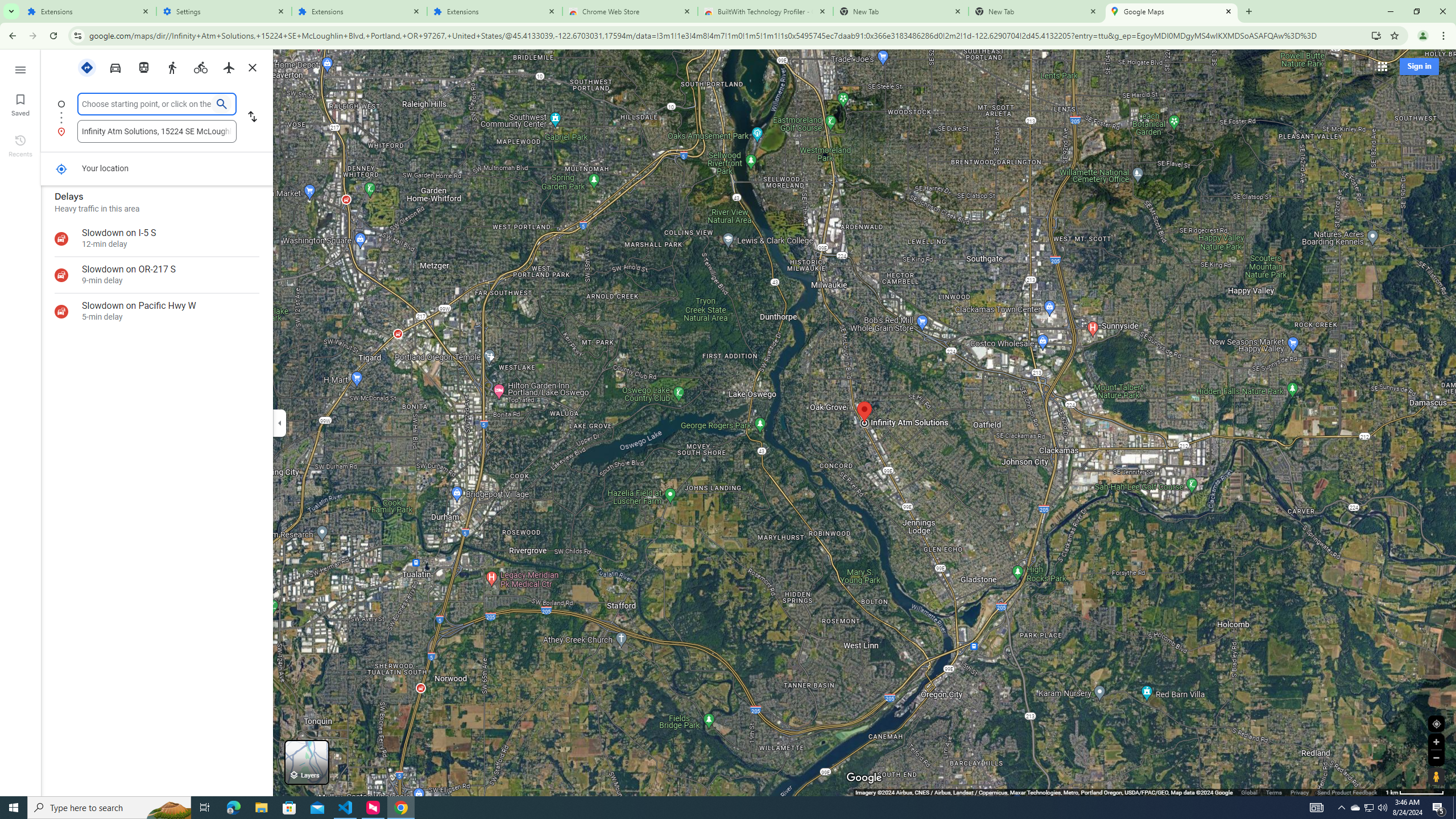  I want to click on 'Google Maps', so click(1171, 11).